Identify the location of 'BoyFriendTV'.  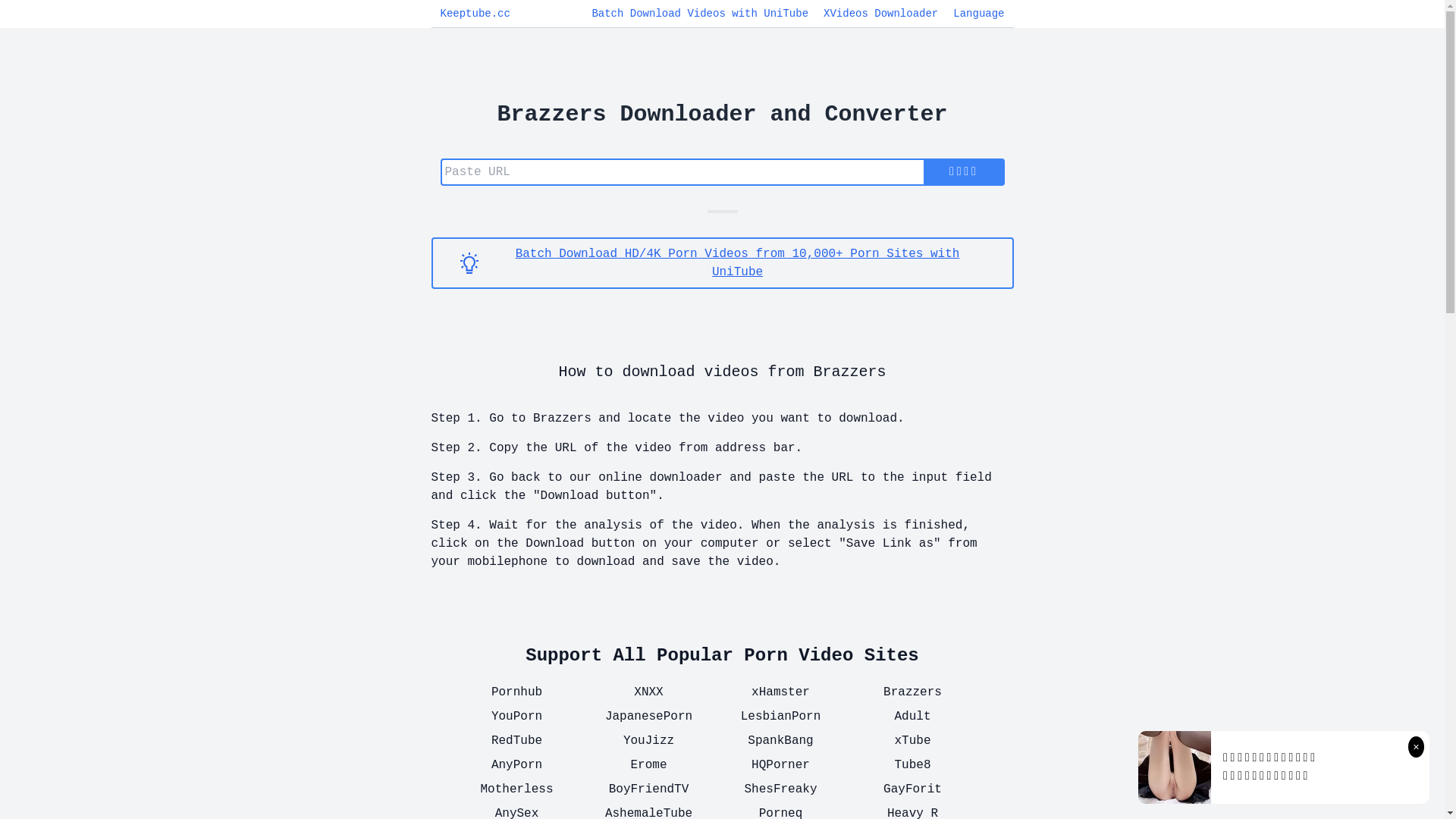
(648, 789).